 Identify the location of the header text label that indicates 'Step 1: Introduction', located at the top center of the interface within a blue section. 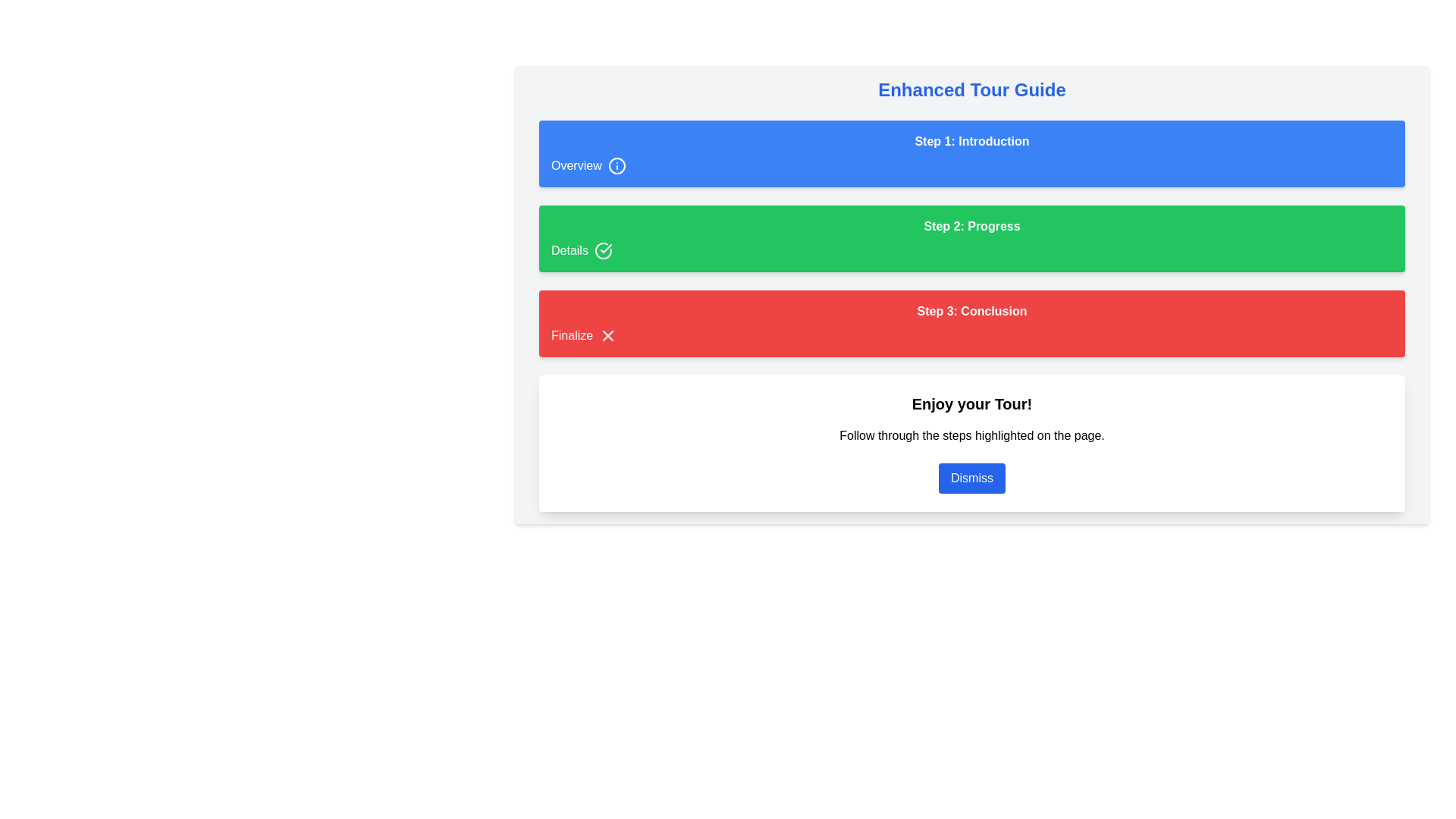
(971, 141).